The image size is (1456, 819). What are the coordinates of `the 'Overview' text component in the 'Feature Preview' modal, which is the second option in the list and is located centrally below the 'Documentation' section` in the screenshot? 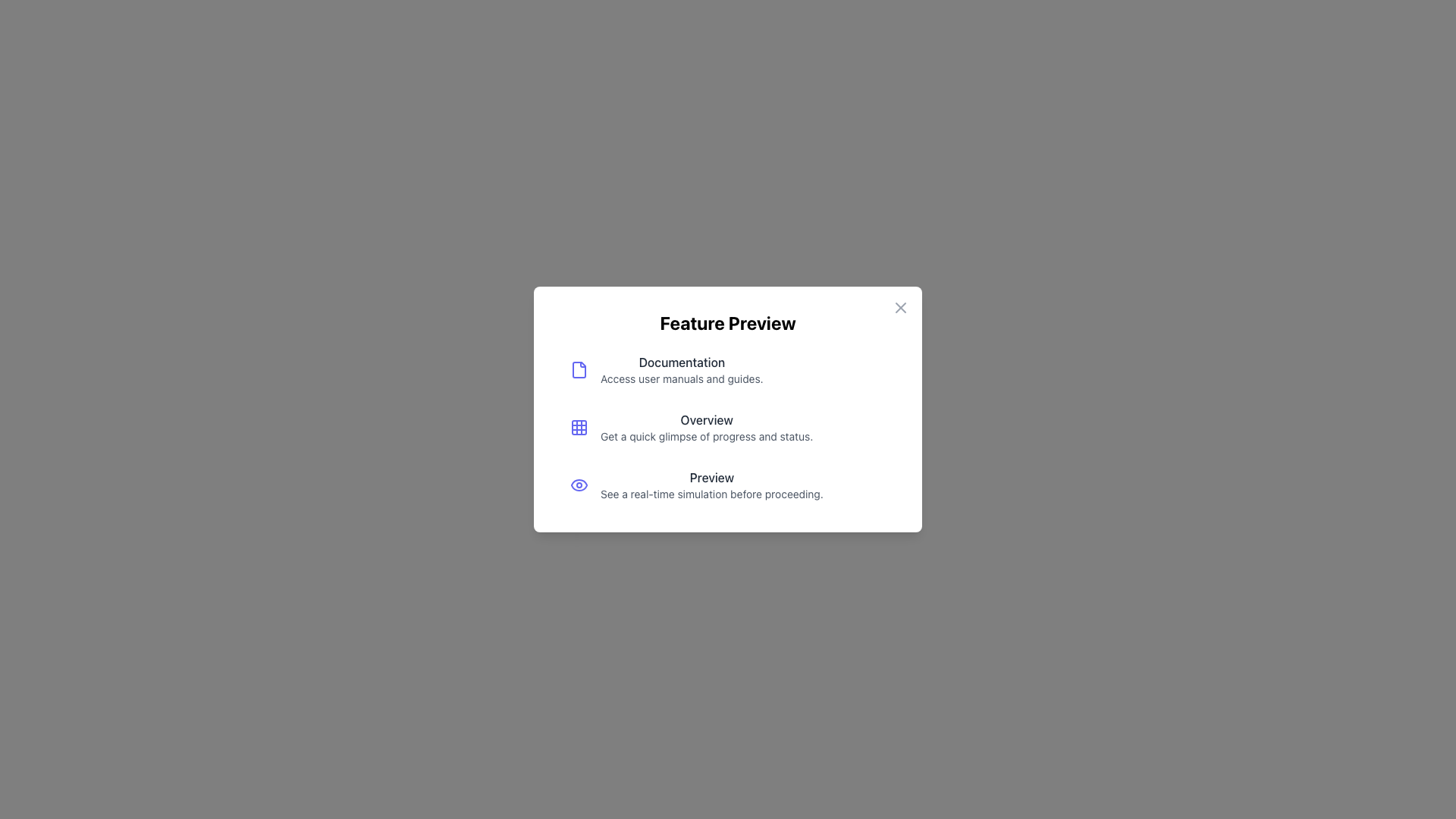 It's located at (706, 427).